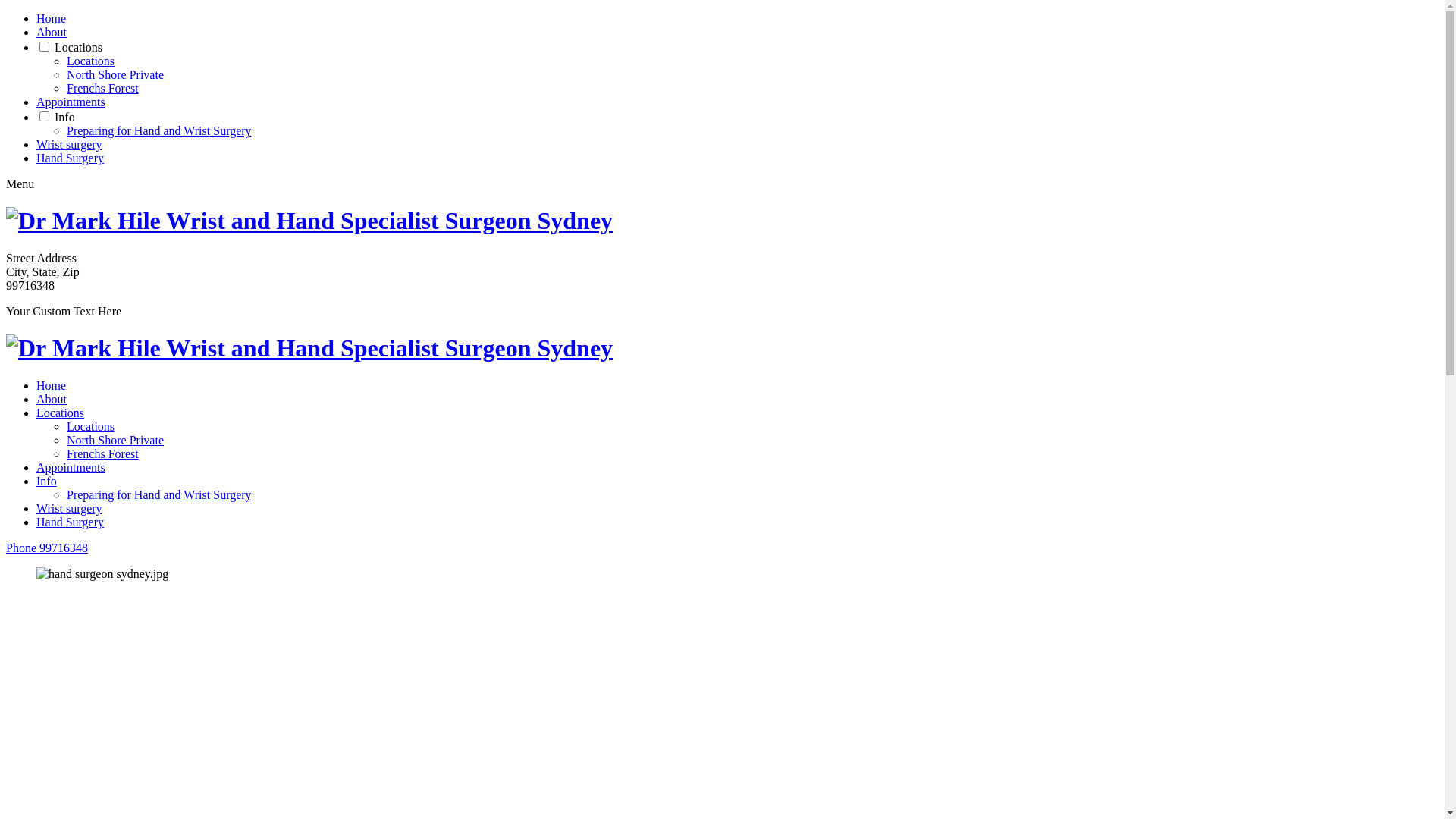 Image resolution: width=1456 pixels, height=819 pixels. I want to click on 'North Shore Private', so click(115, 74).